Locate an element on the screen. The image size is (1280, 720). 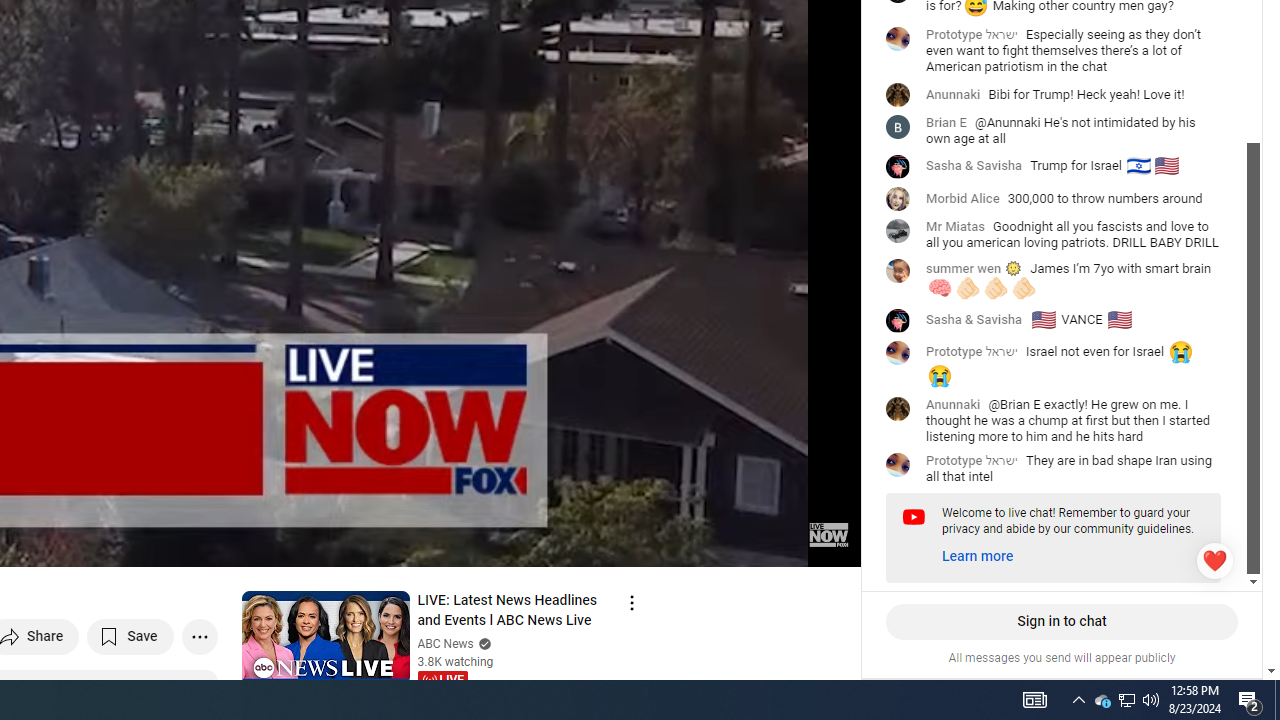
'Theater mode keyboard shortcut t' is located at coordinates (775, 543).